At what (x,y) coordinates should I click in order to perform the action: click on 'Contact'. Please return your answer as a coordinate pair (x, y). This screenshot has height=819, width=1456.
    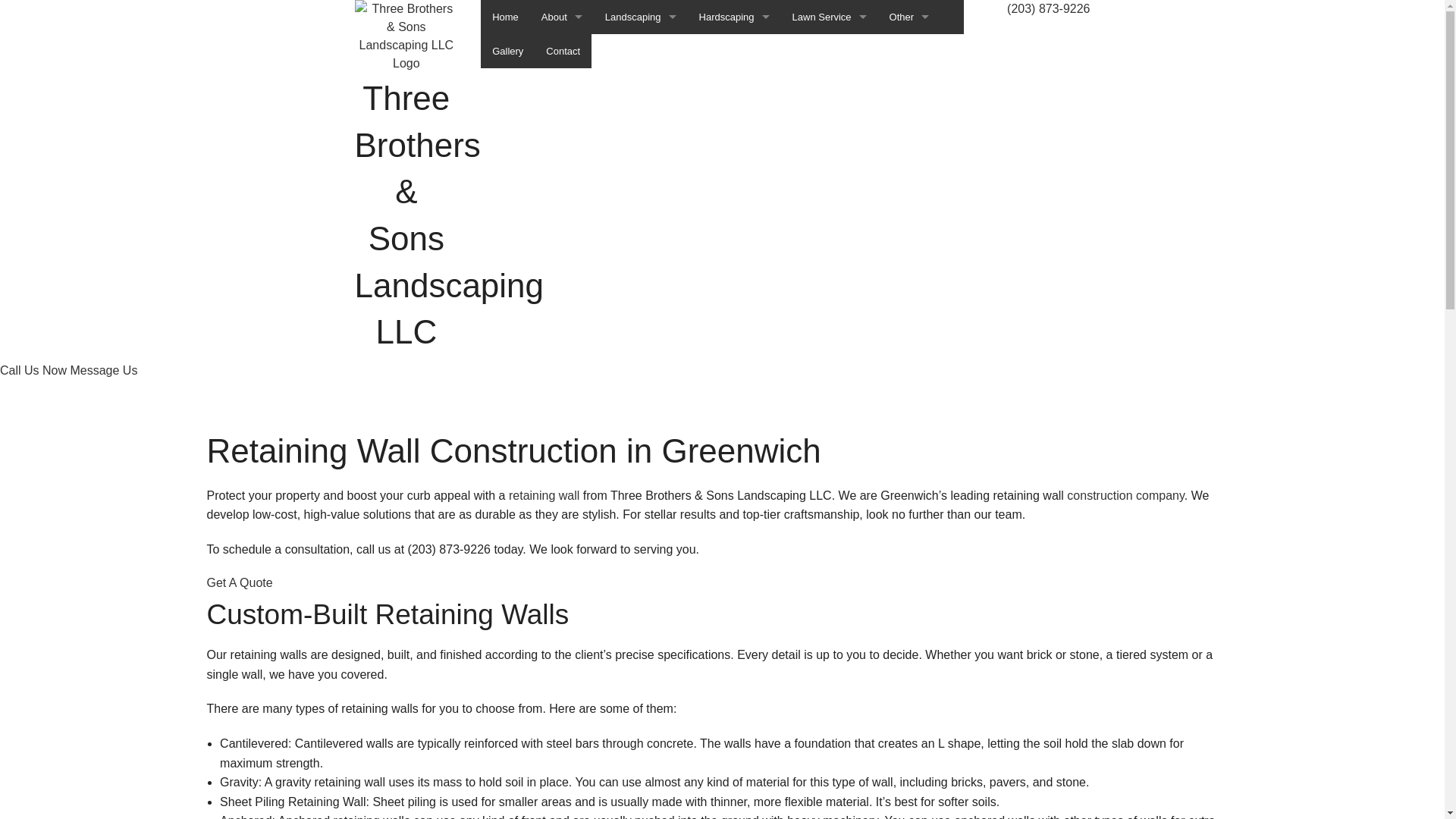
    Looking at the image, I should click on (562, 50).